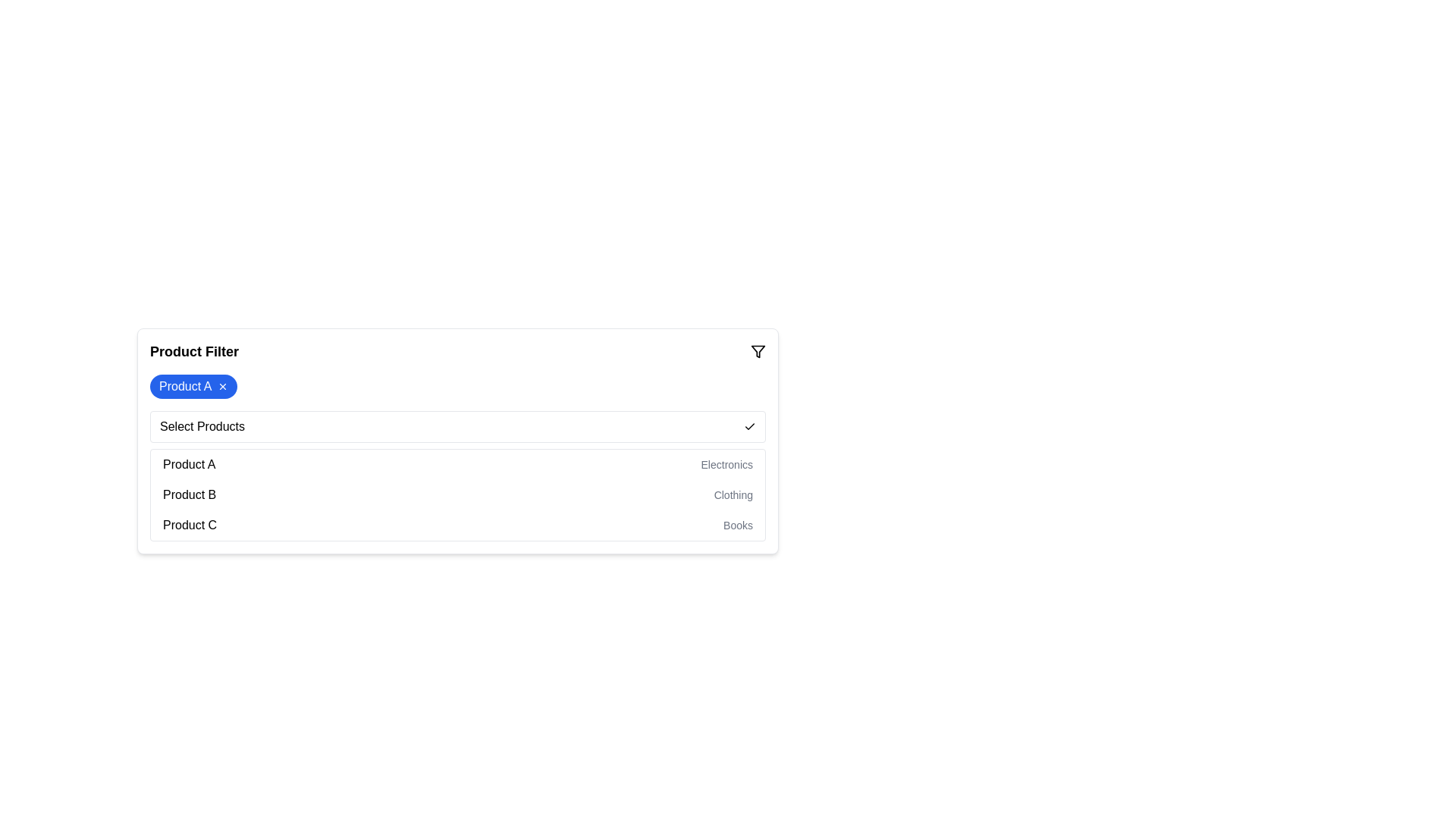 The height and width of the screenshot is (819, 1456). I want to click on the selectable option 'Product C' within the dropdown list under the heading 'Select Products', so click(189, 525).